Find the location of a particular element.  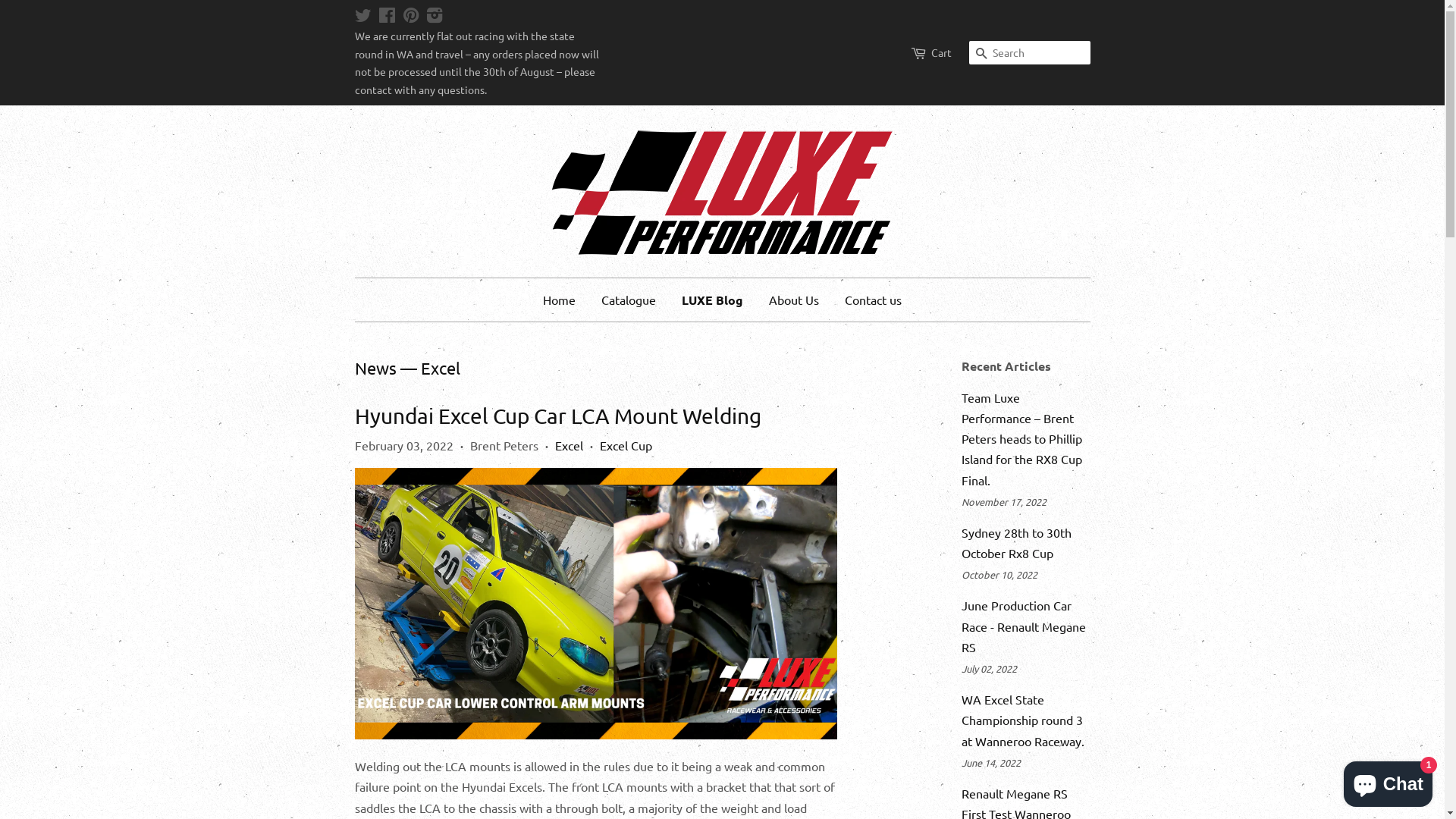

'Search' is located at coordinates (968, 52).